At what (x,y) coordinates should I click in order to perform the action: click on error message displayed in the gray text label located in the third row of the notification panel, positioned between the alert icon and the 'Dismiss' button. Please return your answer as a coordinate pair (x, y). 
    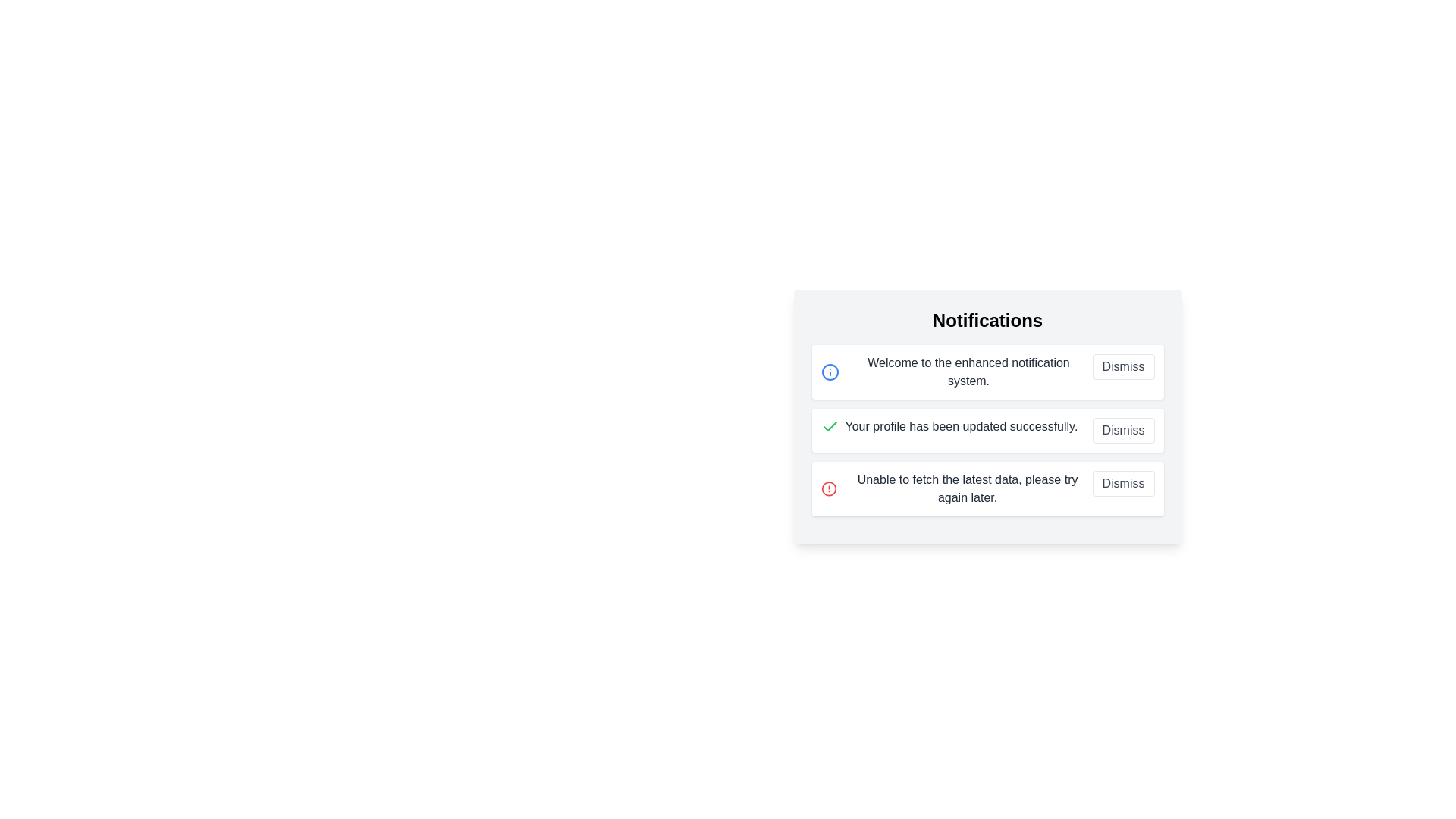
    Looking at the image, I should click on (967, 488).